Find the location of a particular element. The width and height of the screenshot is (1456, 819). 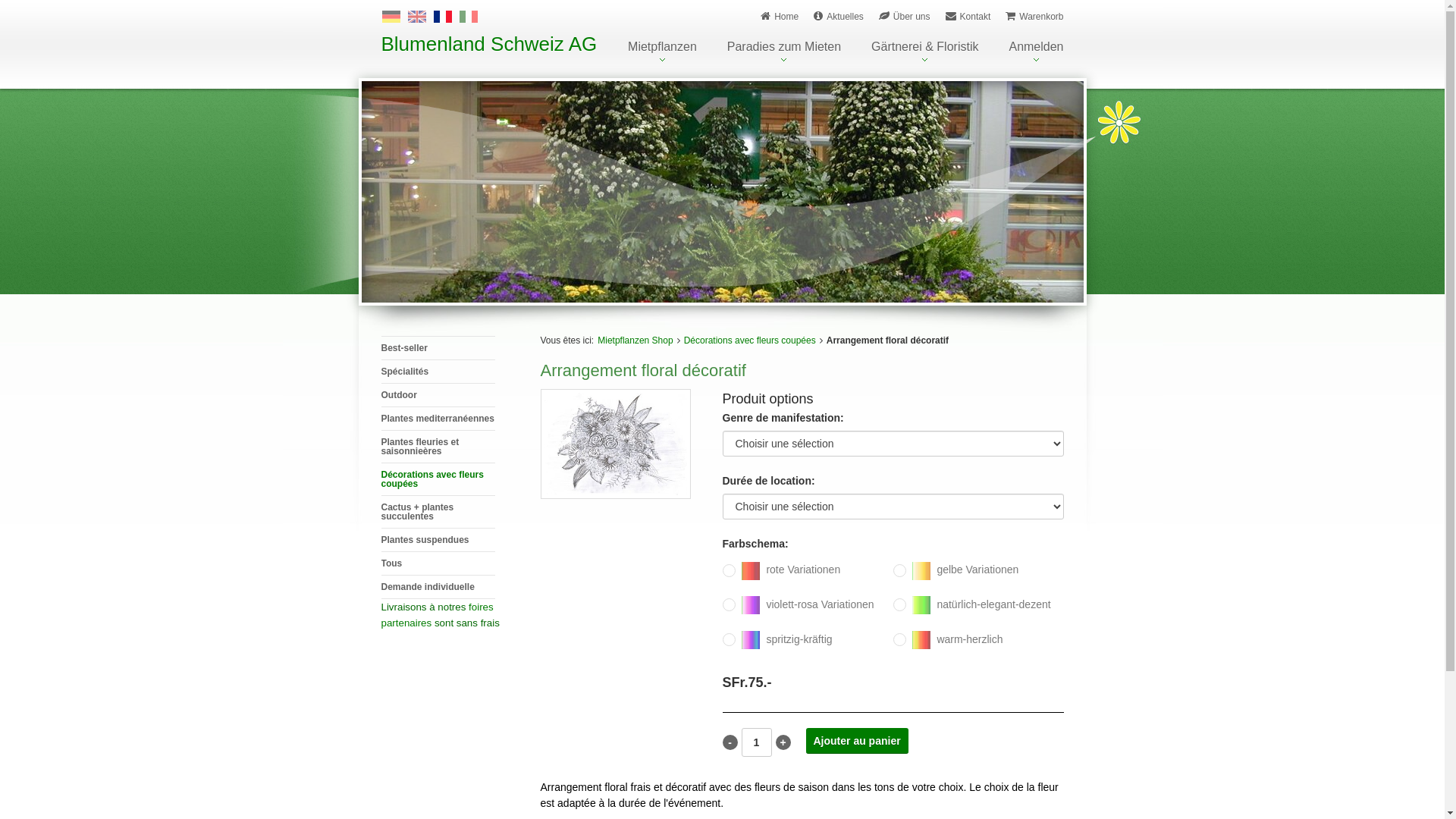

'Deutsch' is located at coordinates (391, 17).